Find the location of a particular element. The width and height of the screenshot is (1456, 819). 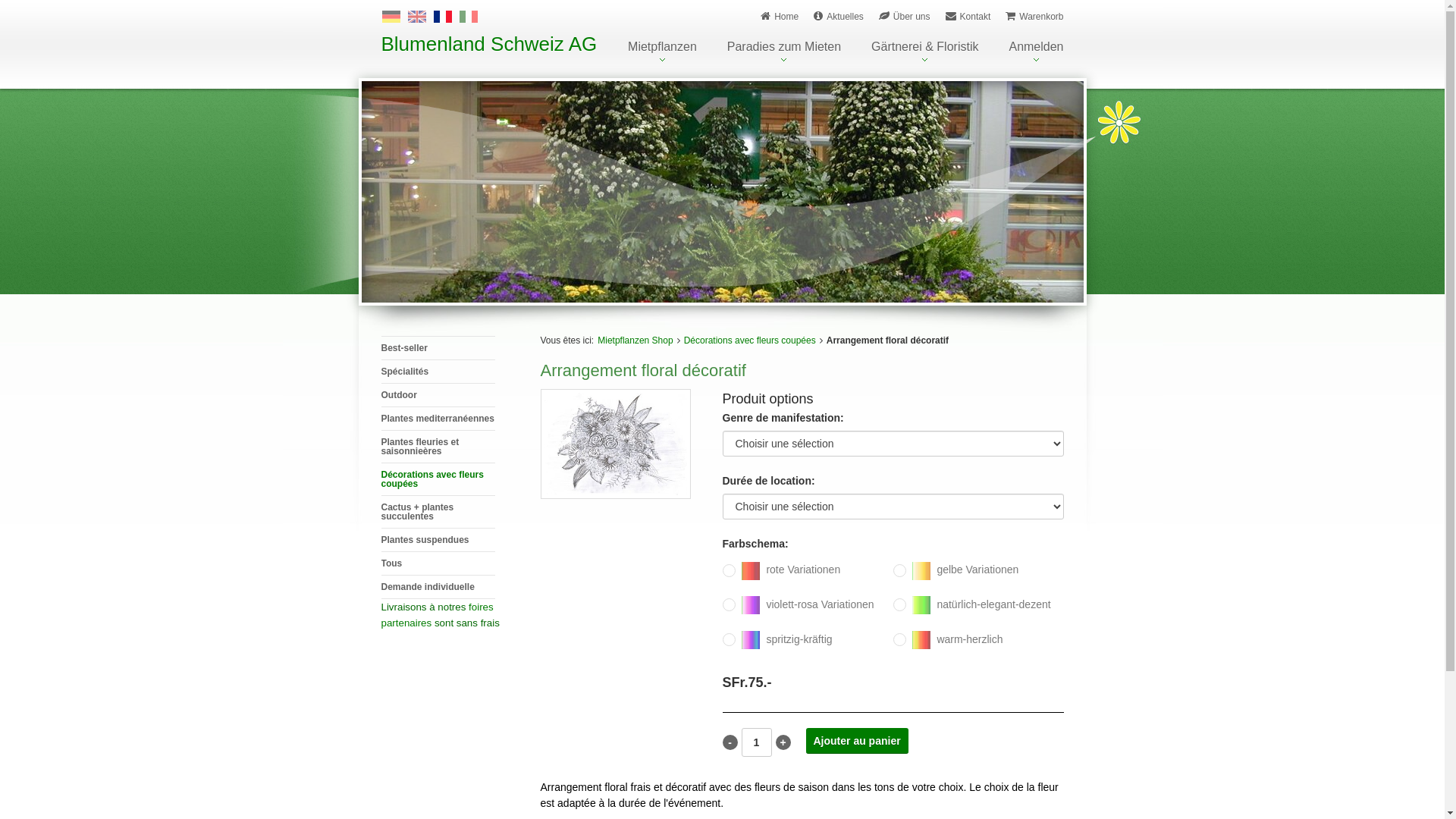

'Deutsch' is located at coordinates (391, 17).